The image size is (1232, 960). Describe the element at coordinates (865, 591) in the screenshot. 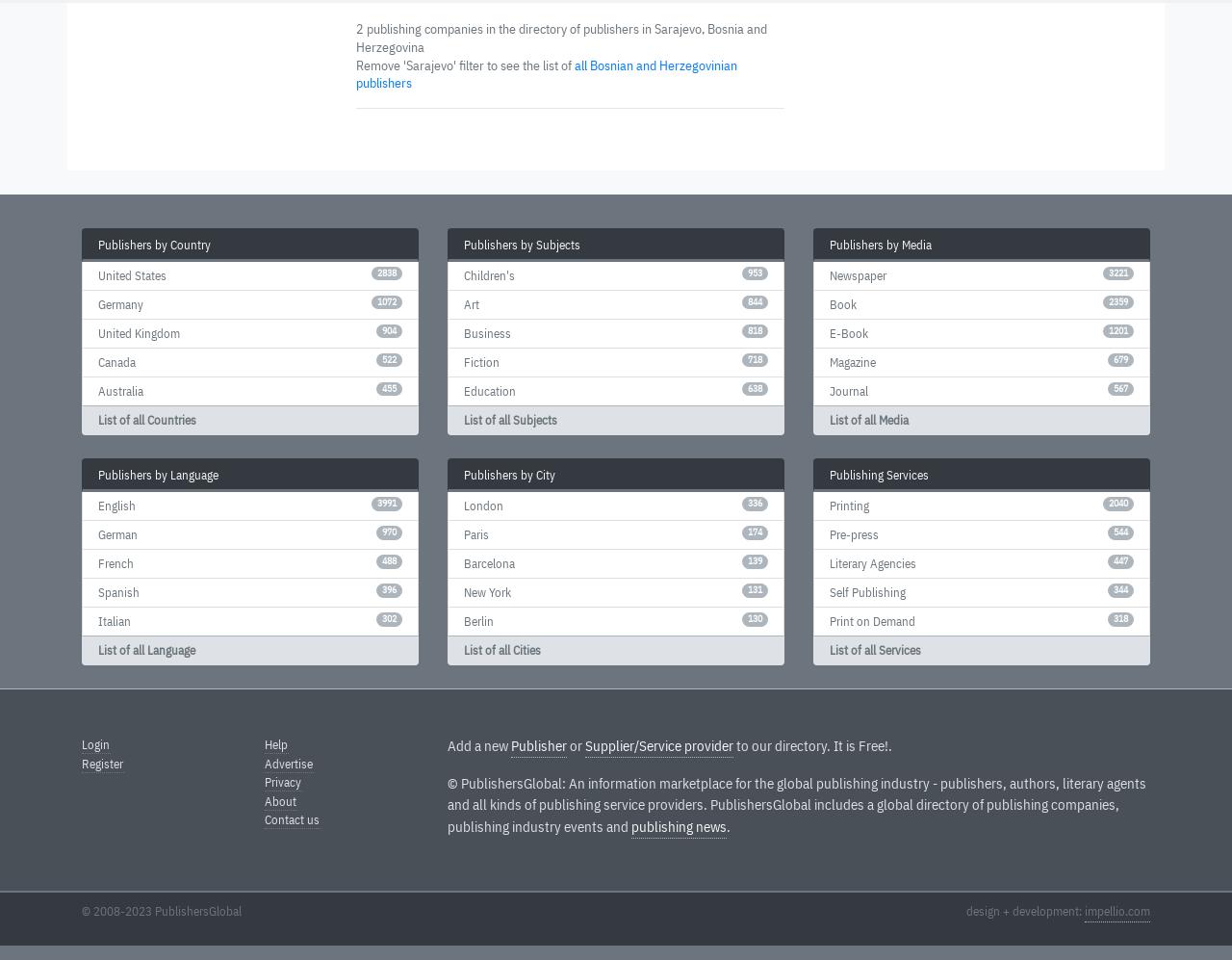

I see `'Self Publishing'` at that location.